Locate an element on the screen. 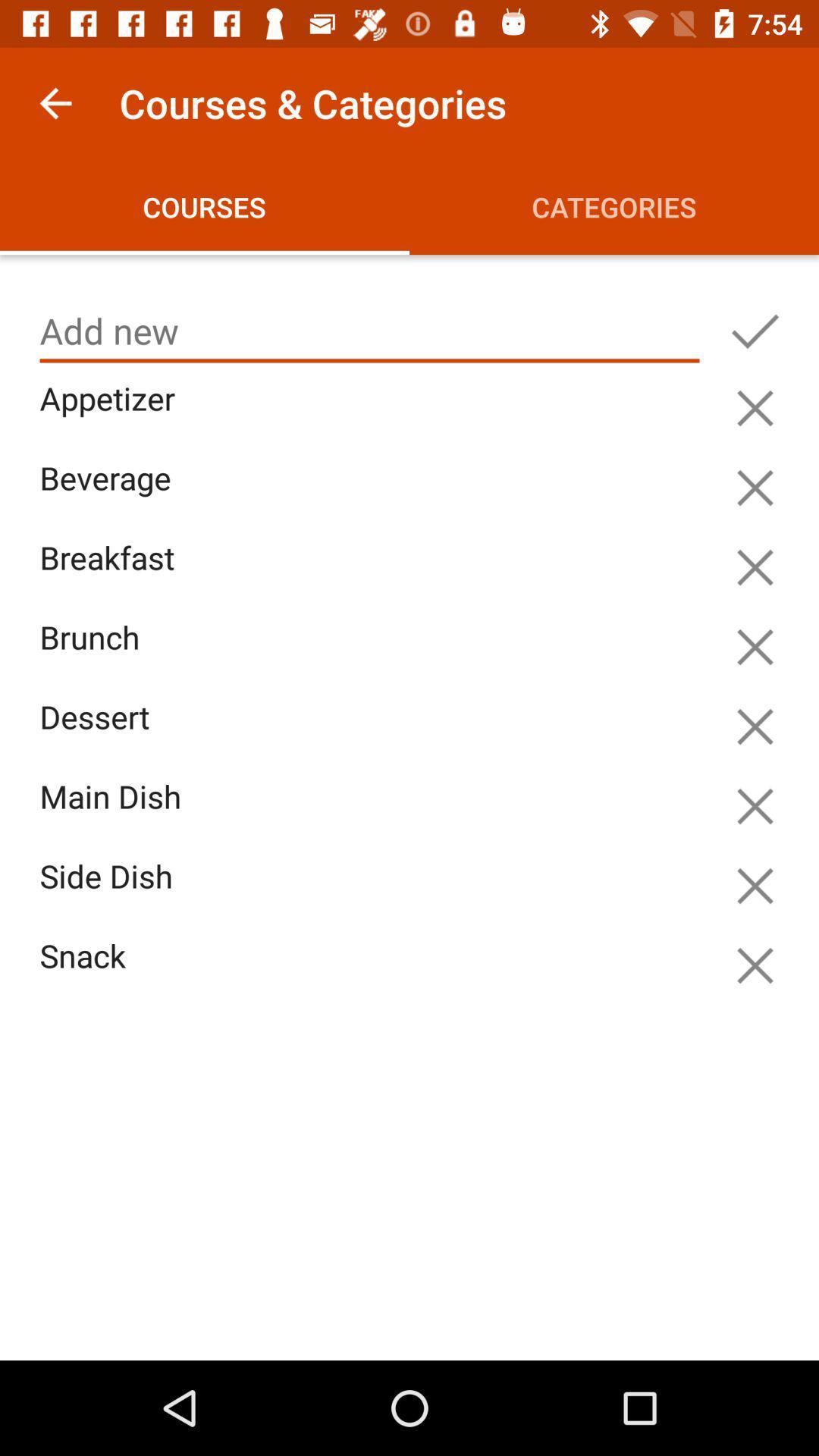 Image resolution: width=819 pixels, height=1456 pixels. this item is located at coordinates (755, 408).